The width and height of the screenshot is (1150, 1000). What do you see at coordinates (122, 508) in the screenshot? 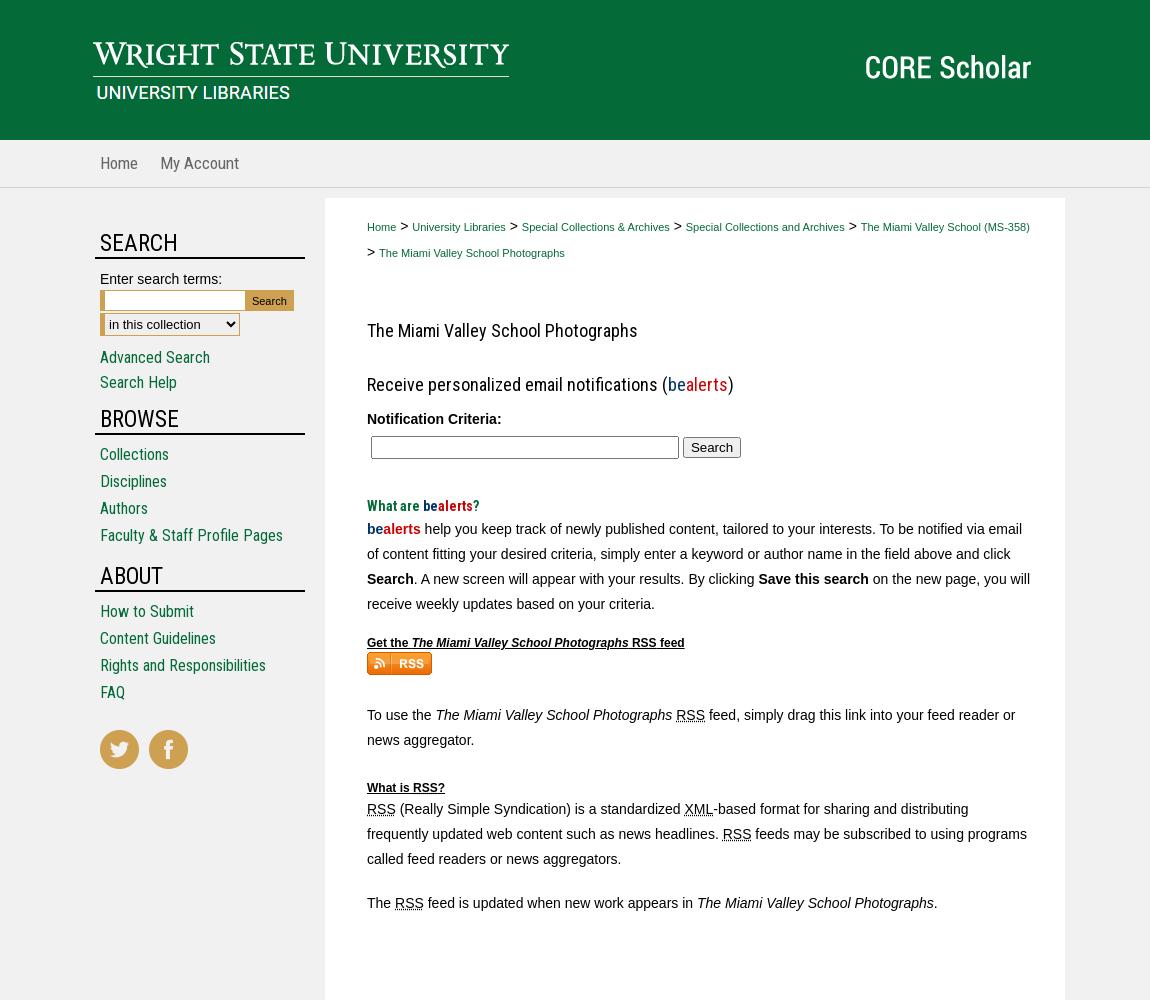
I see `'Authors'` at bounding box center [122, 508].